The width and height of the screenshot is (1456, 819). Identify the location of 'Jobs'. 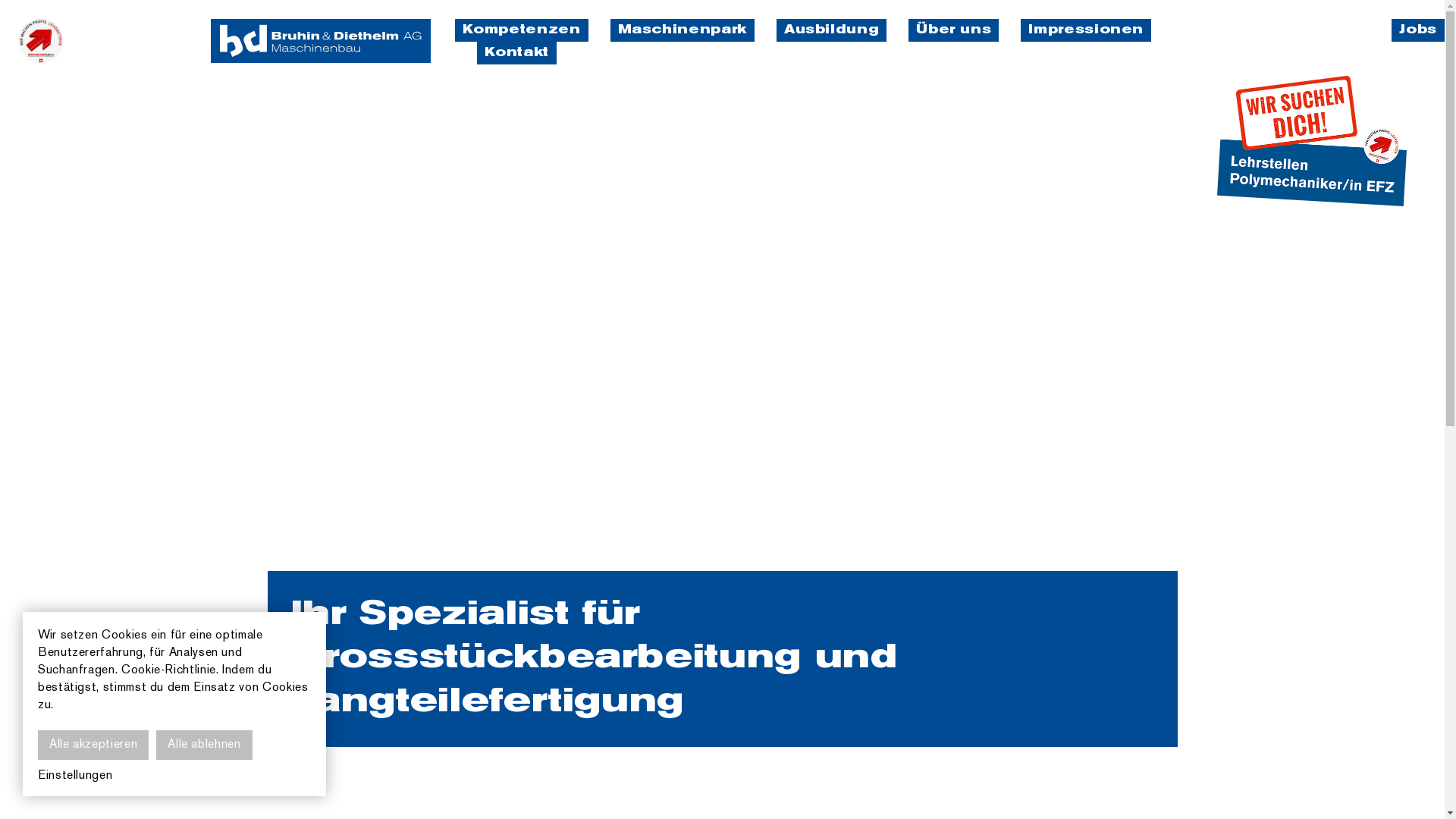
(1417, 30).